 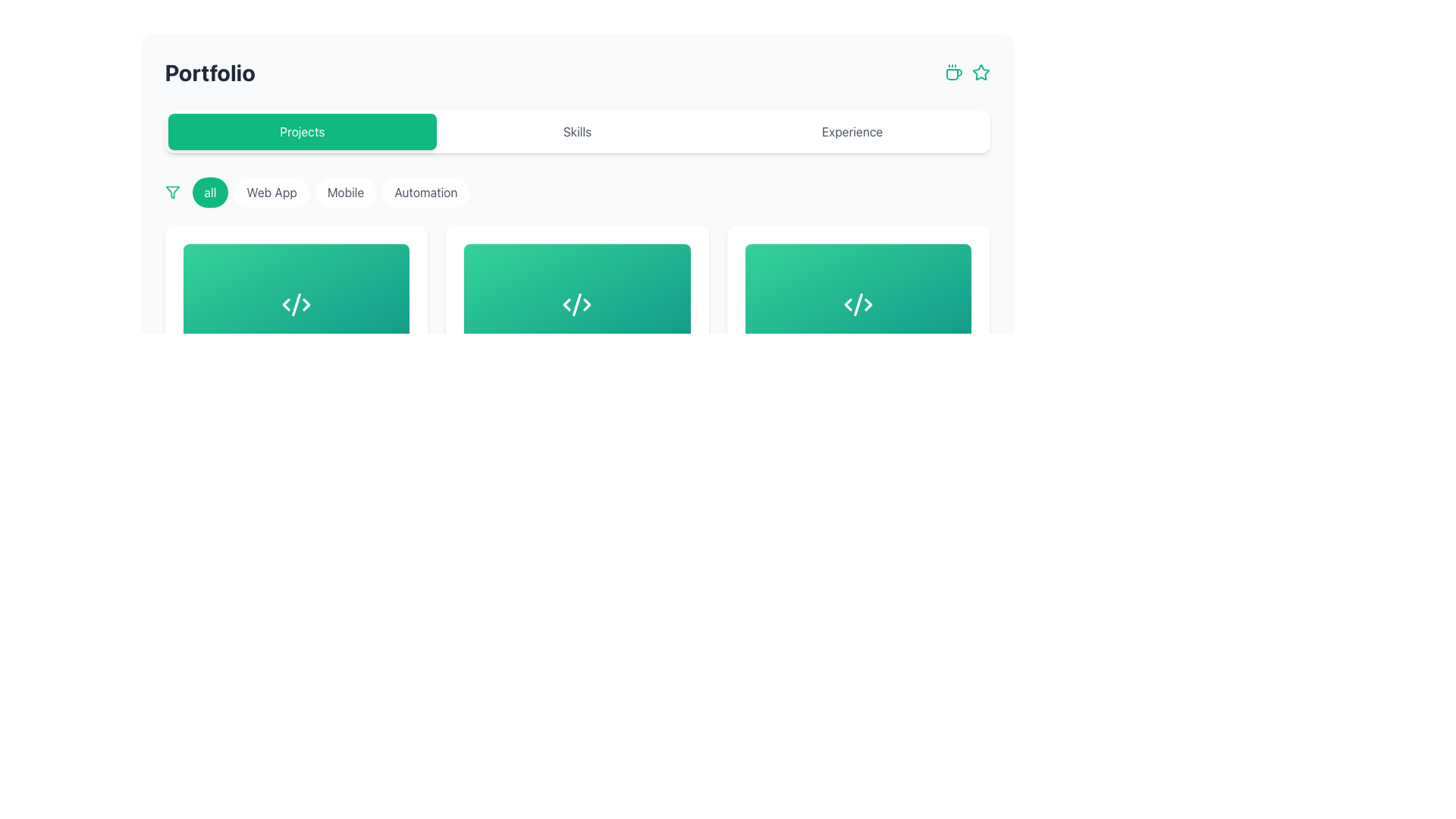 I want to click on the 'Experience' button, which is a rectangular button with gray text and rounded corners, located to the right of the 'Skills' button, so click(x=852, y=130).